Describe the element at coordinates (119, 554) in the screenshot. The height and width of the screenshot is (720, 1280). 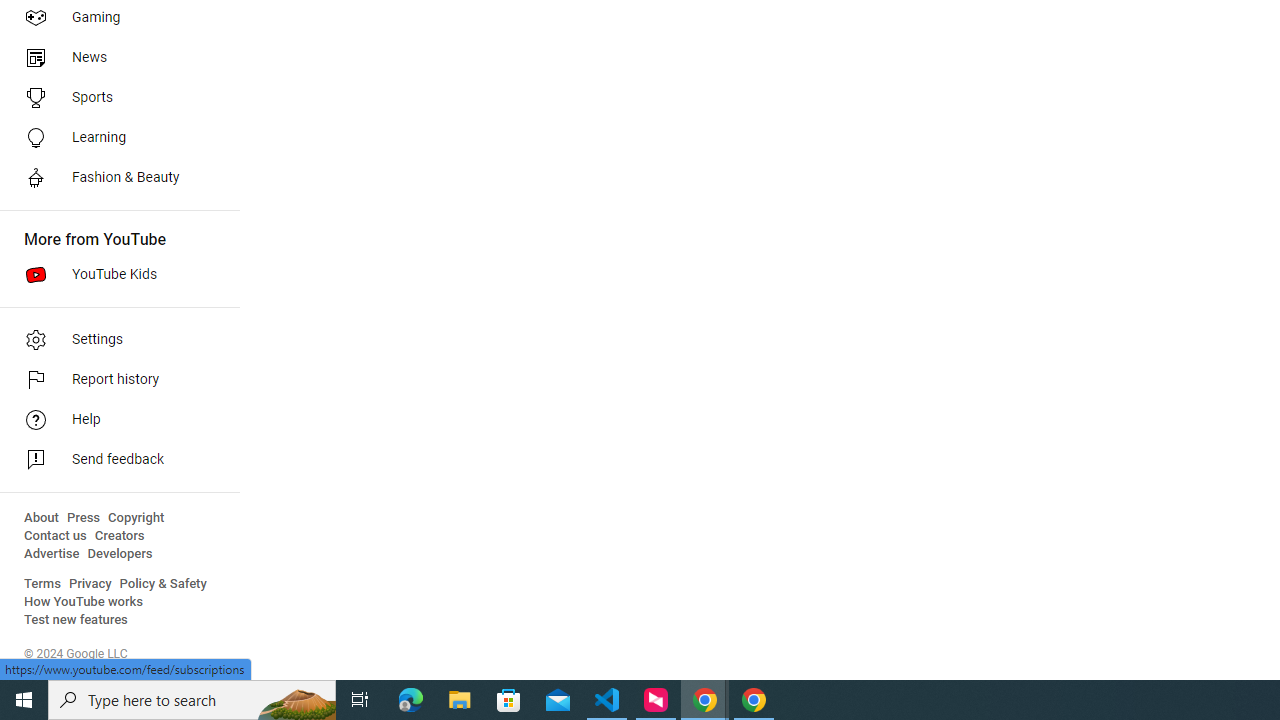
I see `'Developers'` at that location.